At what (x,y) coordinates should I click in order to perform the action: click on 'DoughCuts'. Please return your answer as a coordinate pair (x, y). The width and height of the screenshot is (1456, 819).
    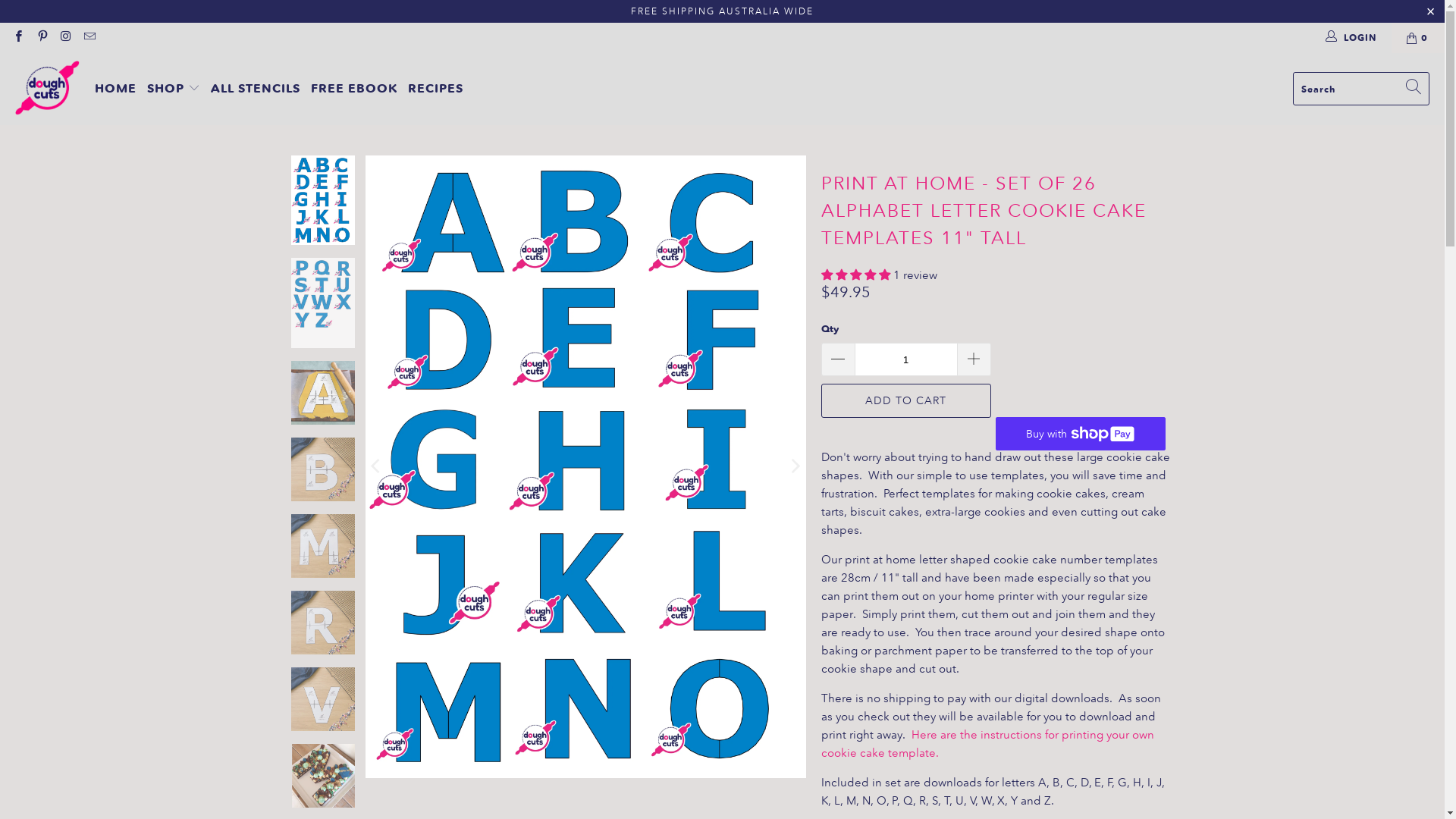
    Looking at the image, I should click on (47, 89).